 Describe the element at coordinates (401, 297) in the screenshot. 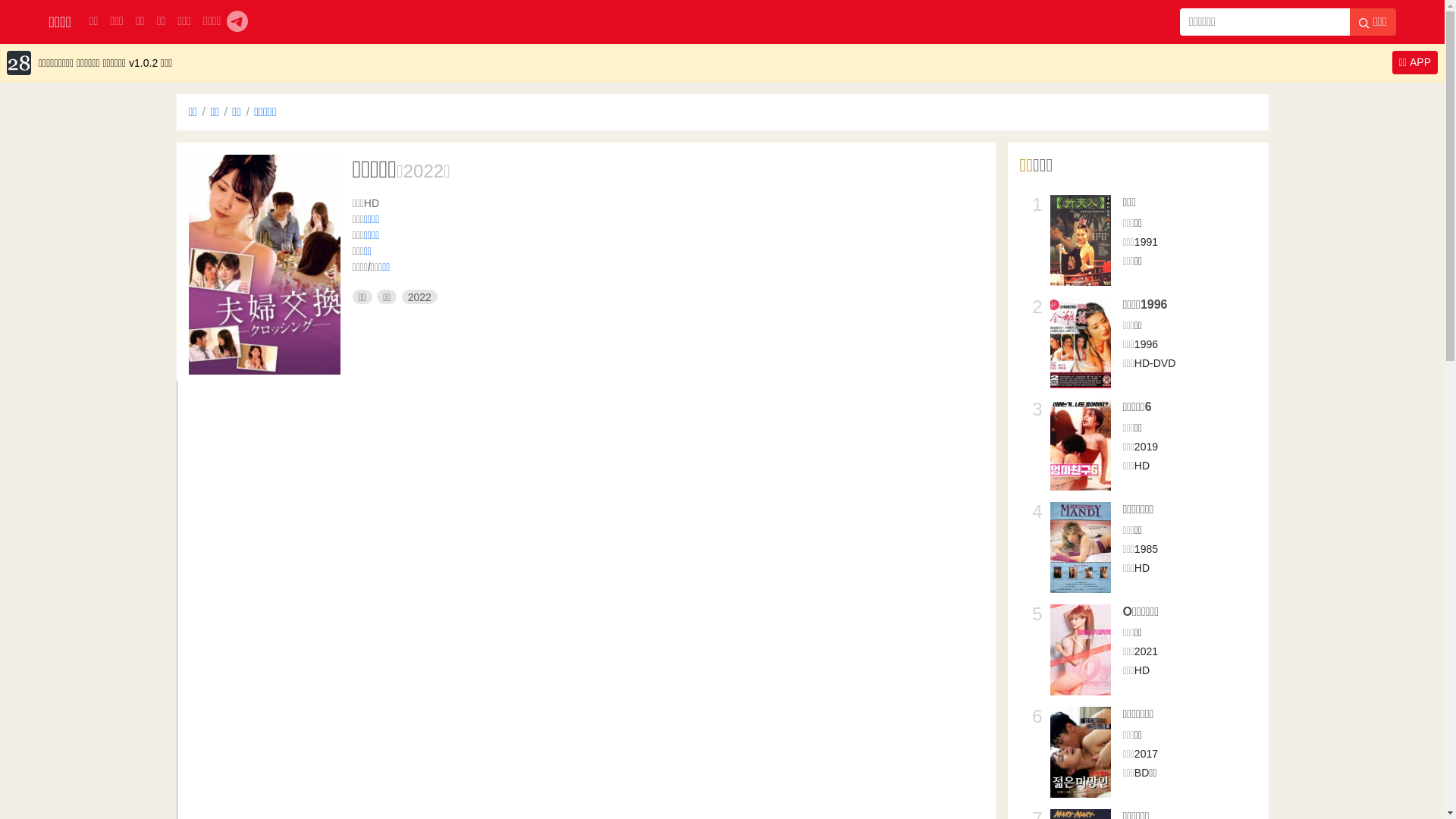

I see `'2022'` at that location.